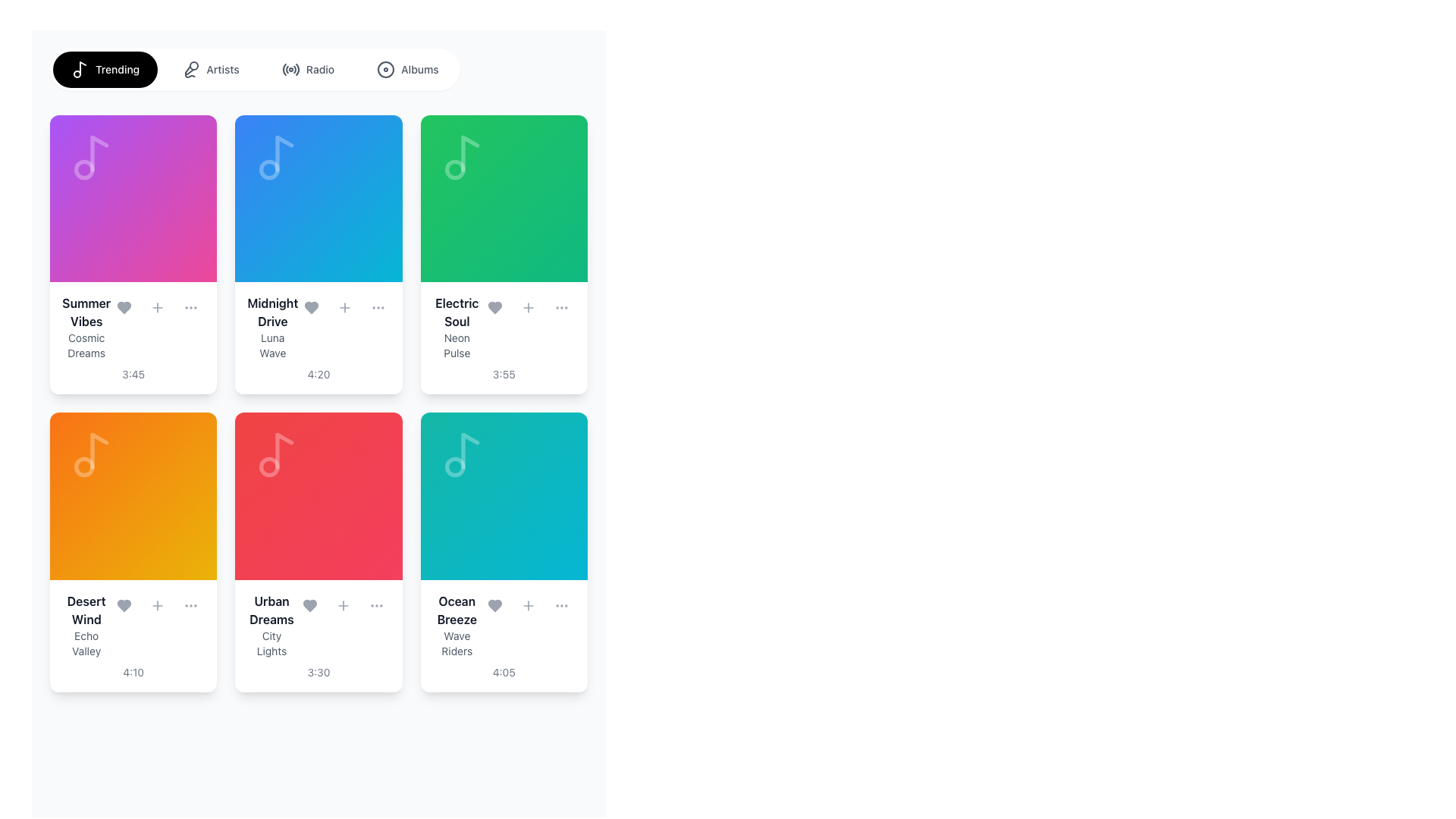 The height and width of the screenshot is (819, 1456). I want to click on the circular button with three horizontal dots ('...') located in the controls section under the 'Midnight Drive' song tile, so click(378, 307).